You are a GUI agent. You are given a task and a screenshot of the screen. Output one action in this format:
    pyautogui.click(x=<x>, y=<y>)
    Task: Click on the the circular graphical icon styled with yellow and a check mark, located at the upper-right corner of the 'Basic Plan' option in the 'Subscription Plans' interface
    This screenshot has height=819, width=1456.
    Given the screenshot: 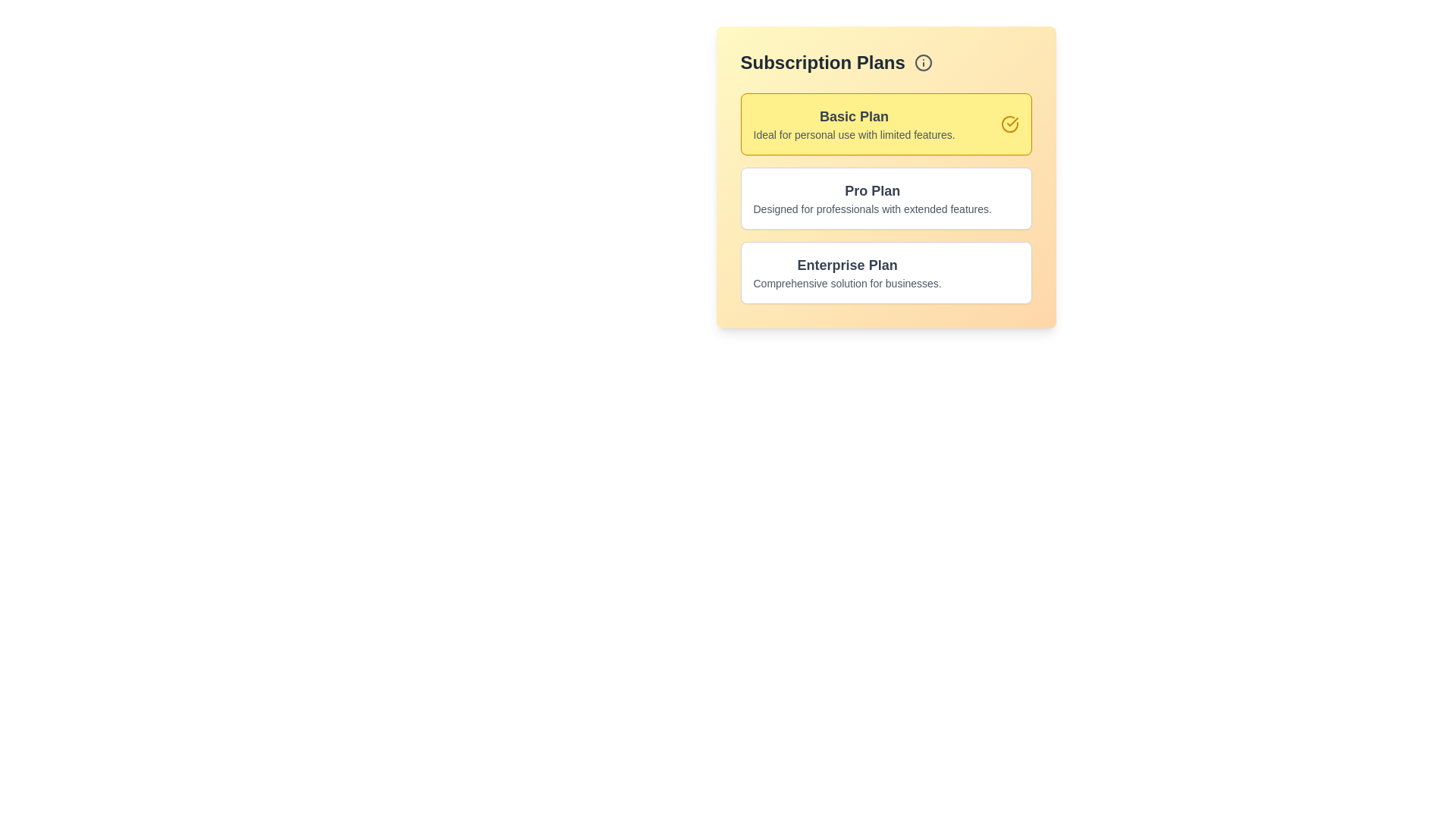 What is the action you would take?
    pyautogui.click(x=1009, y=124)
    